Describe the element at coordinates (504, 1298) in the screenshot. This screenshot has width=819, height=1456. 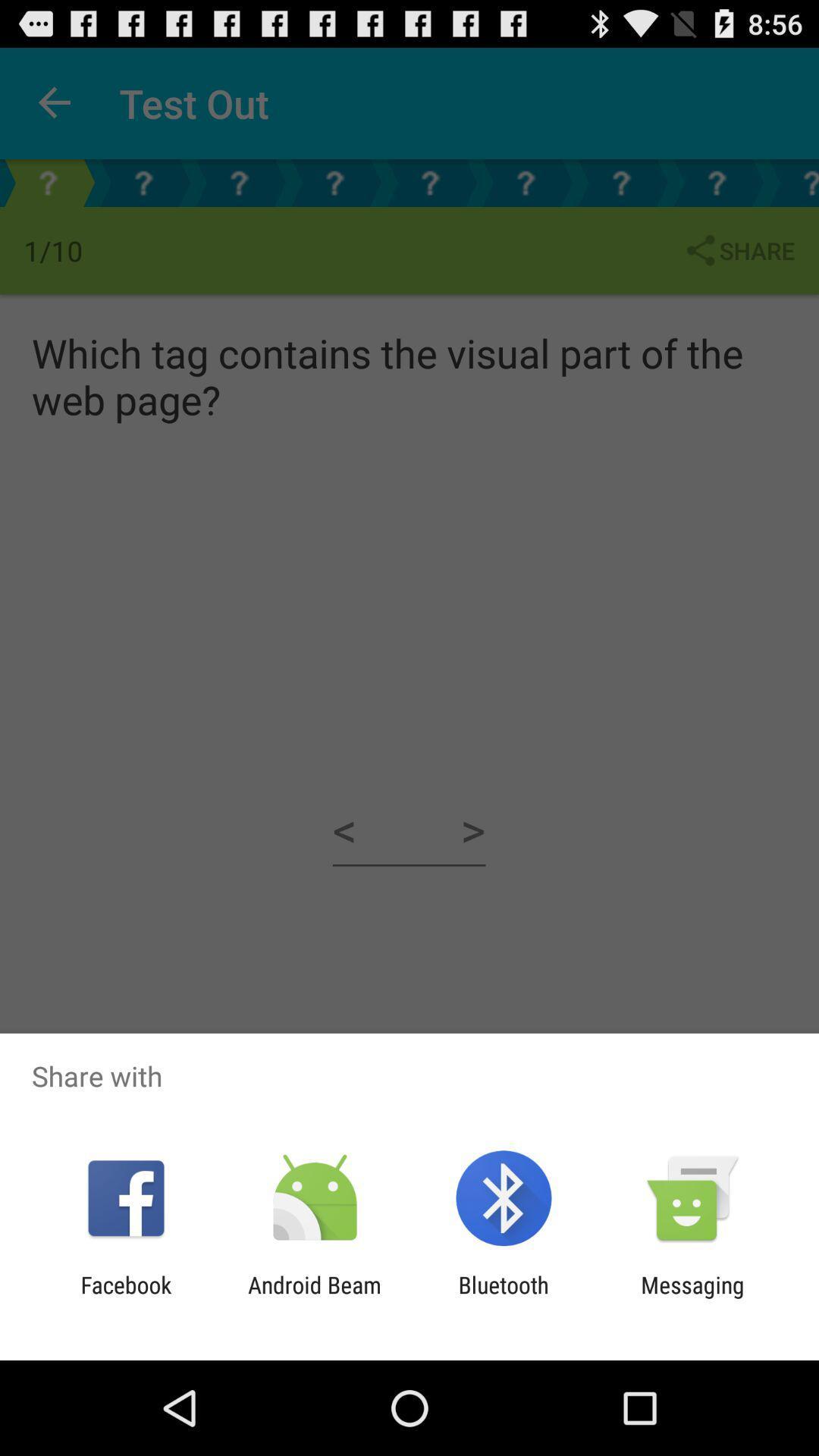
I see `the icon to the right of the android beam item` at that location.